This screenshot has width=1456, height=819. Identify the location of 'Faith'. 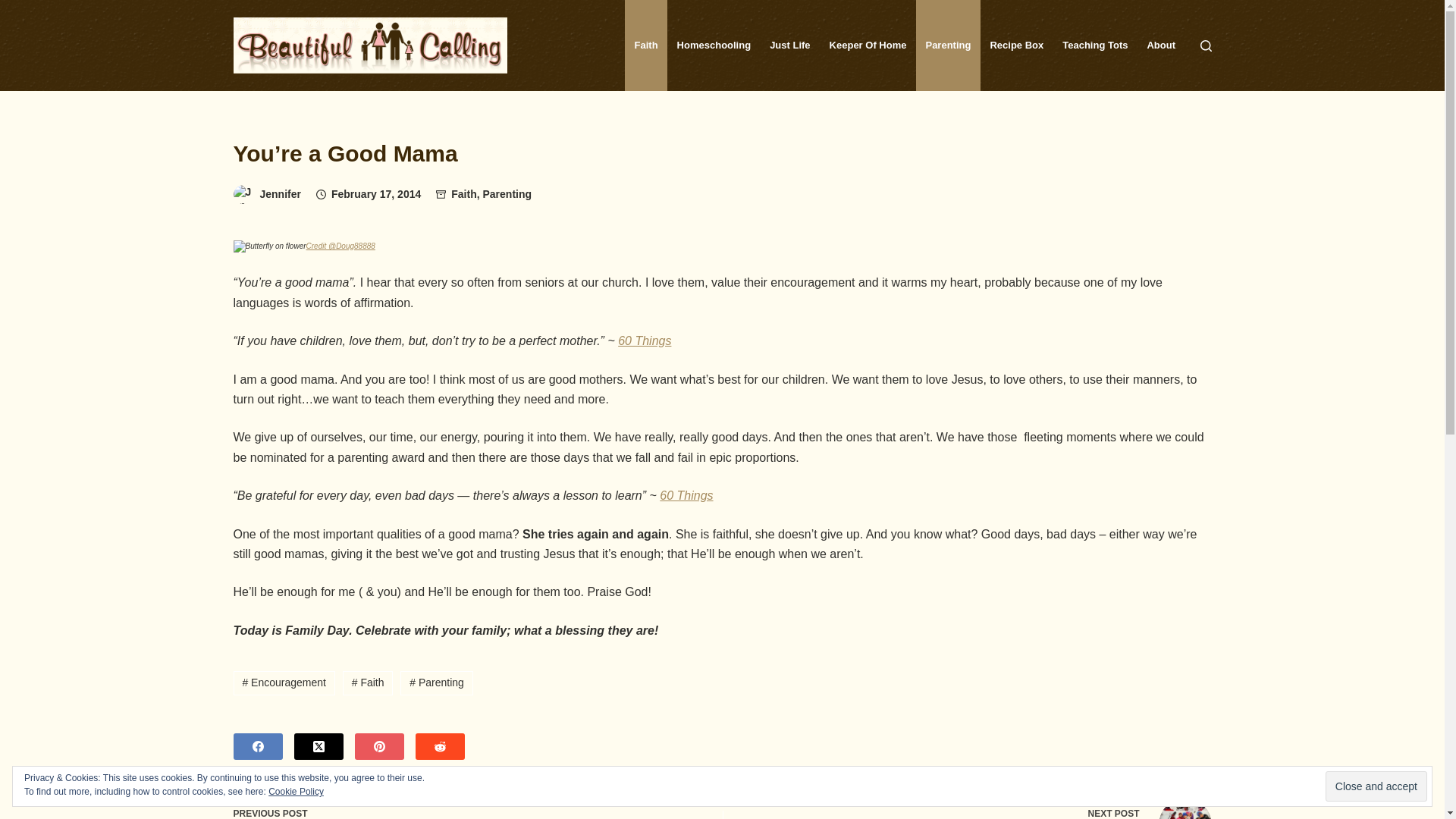
(463, 193).